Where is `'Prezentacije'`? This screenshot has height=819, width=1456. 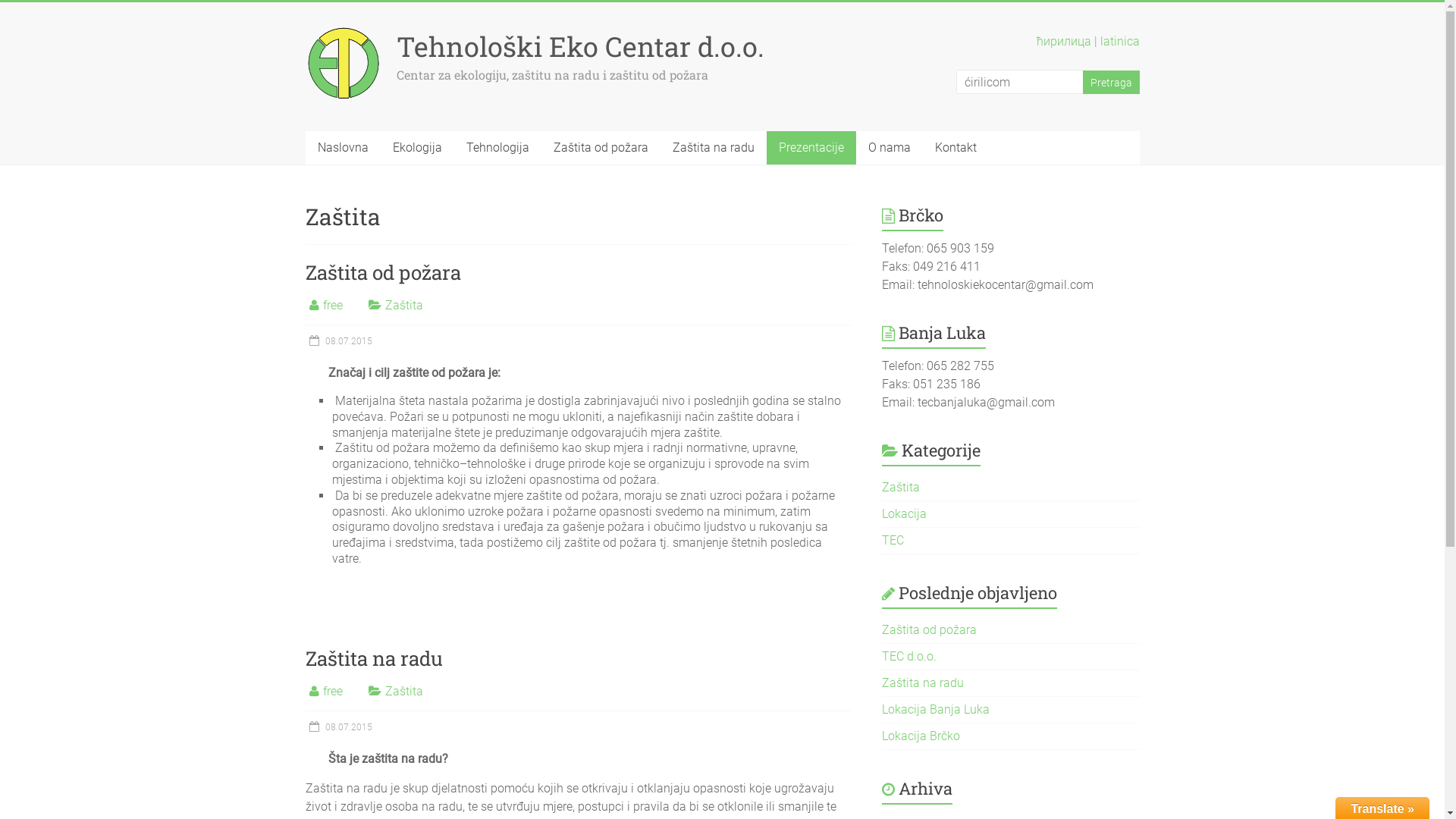 'Prezentacije' is located at coordinates (810, 148).